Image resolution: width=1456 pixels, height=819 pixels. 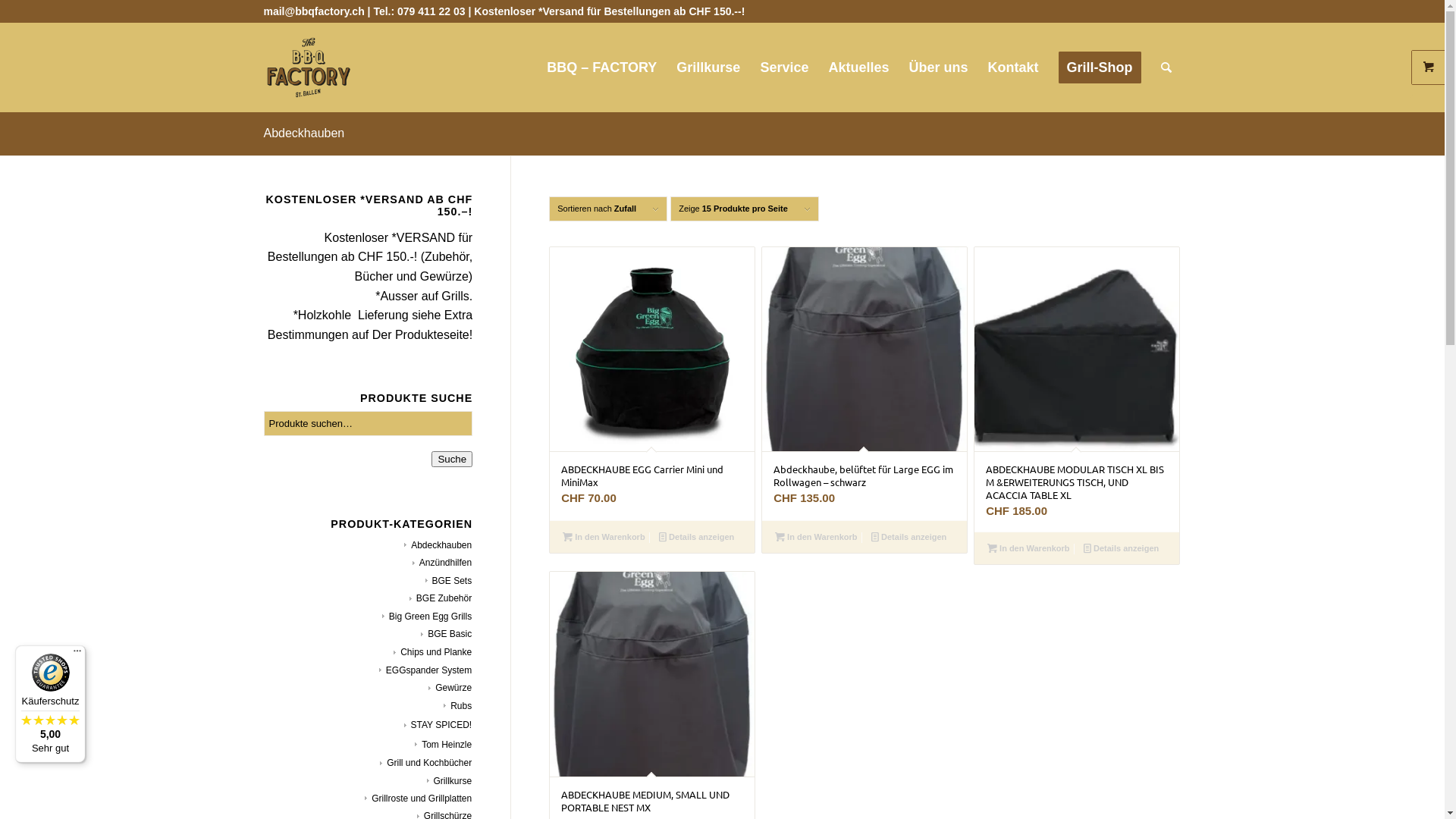 What do you see at coordinates (425, 669) in the screenshot?
I see `'EGGspander System'` at bounding box center [425, 669].